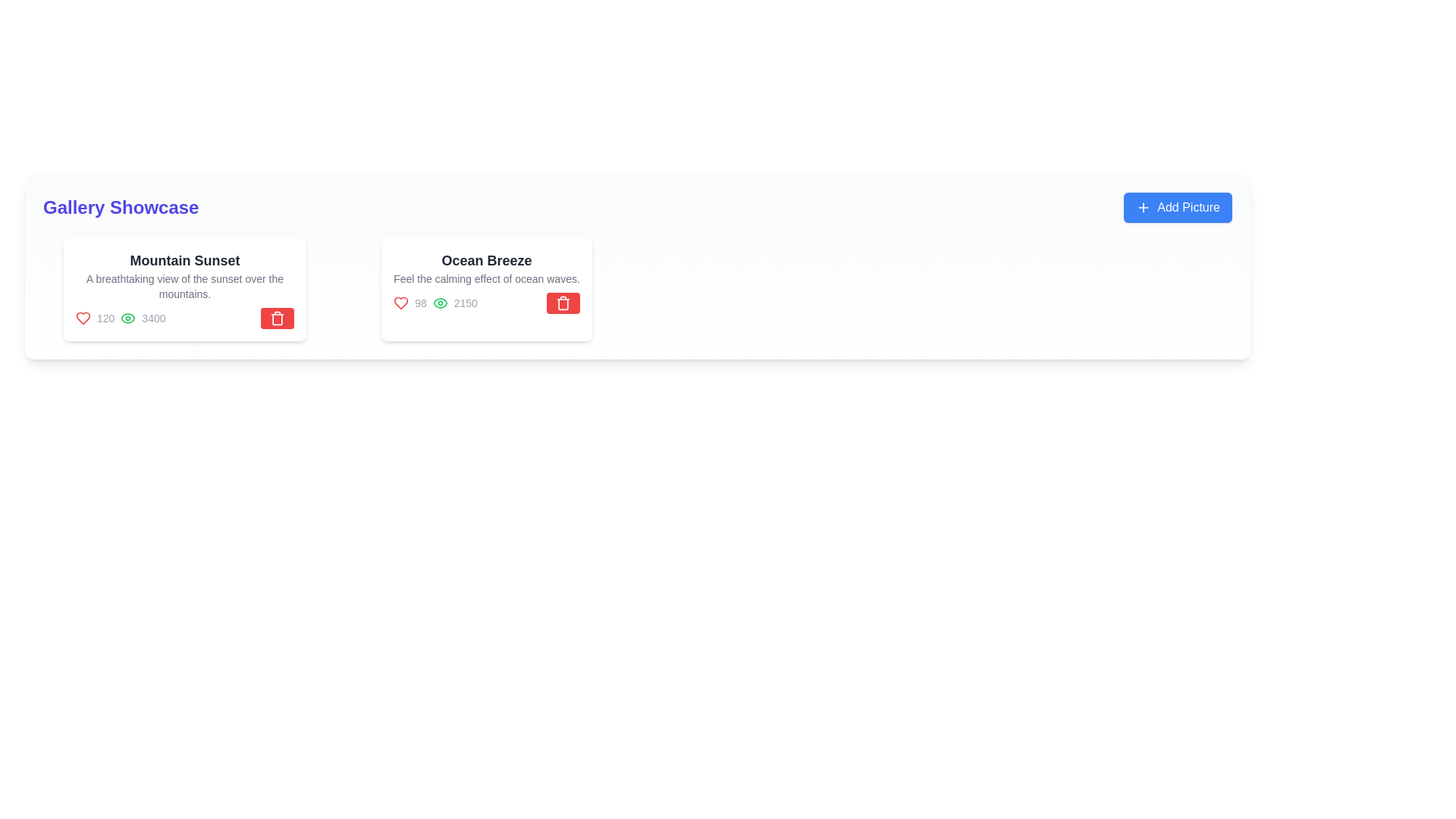 This screenshot has width=1456, height=819. What do you see at coordinates (83, 318) in the screenshot?
I see `the red heart icon representing a 'like' or 'favorite' interaction located at the bottom left corner of the 'Ocean Breeze' card component` at bounding box center [83, 318].